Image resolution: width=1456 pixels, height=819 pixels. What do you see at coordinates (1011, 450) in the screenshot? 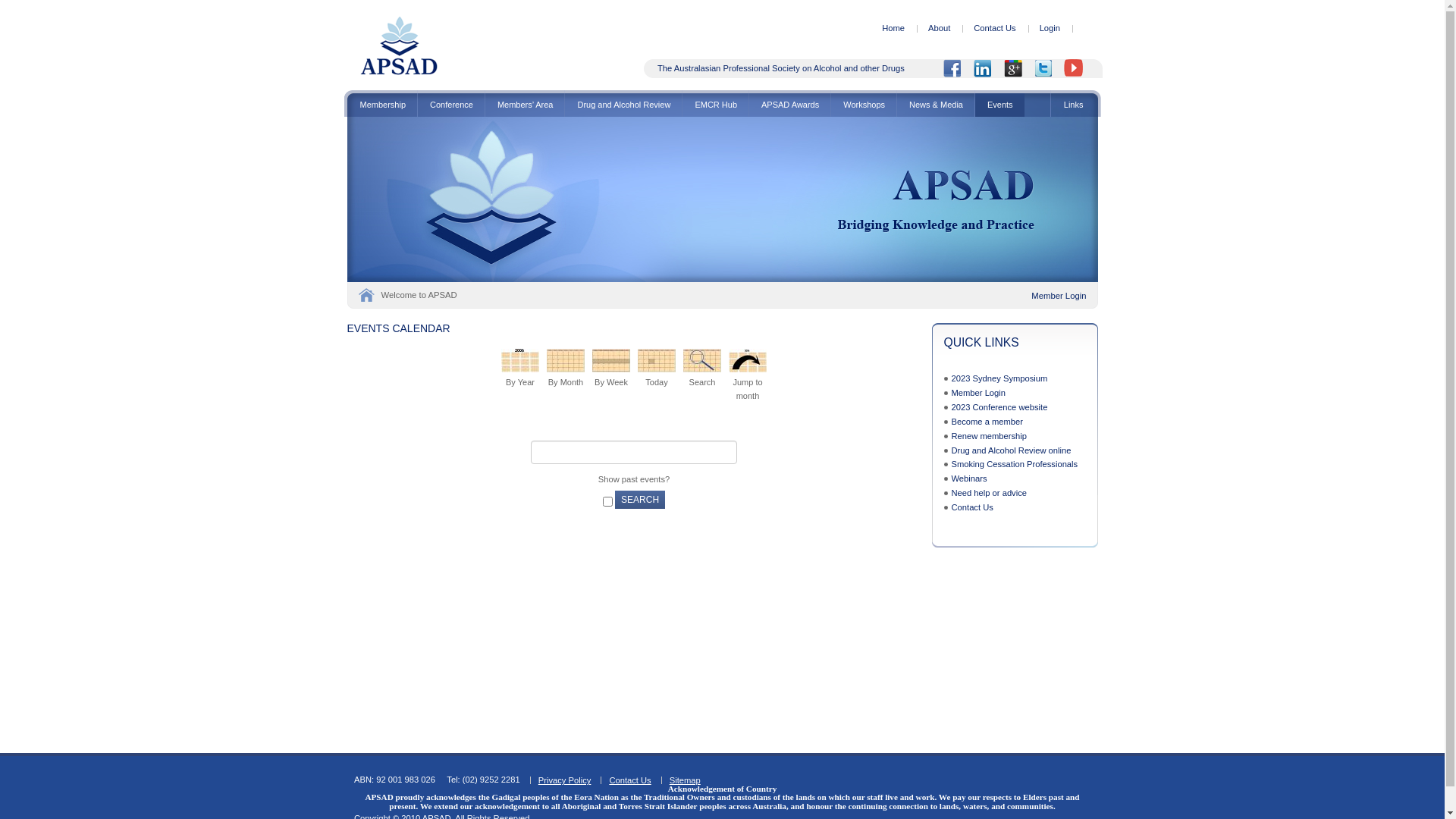
I see `'Drug and Alcohol Review online'` at bounding box center [1011, 450].